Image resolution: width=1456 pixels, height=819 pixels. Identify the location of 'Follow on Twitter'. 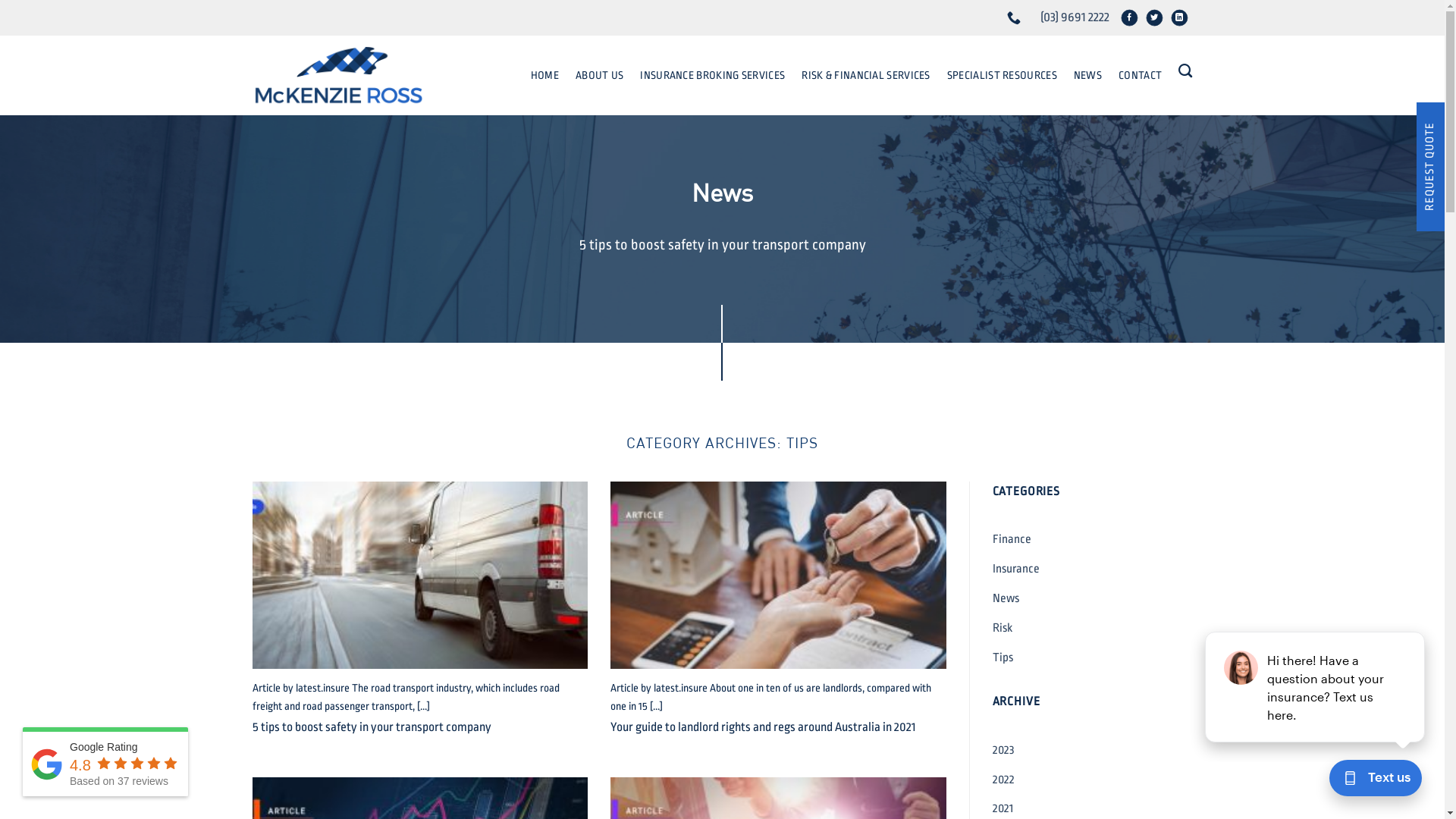
(1157, 20).